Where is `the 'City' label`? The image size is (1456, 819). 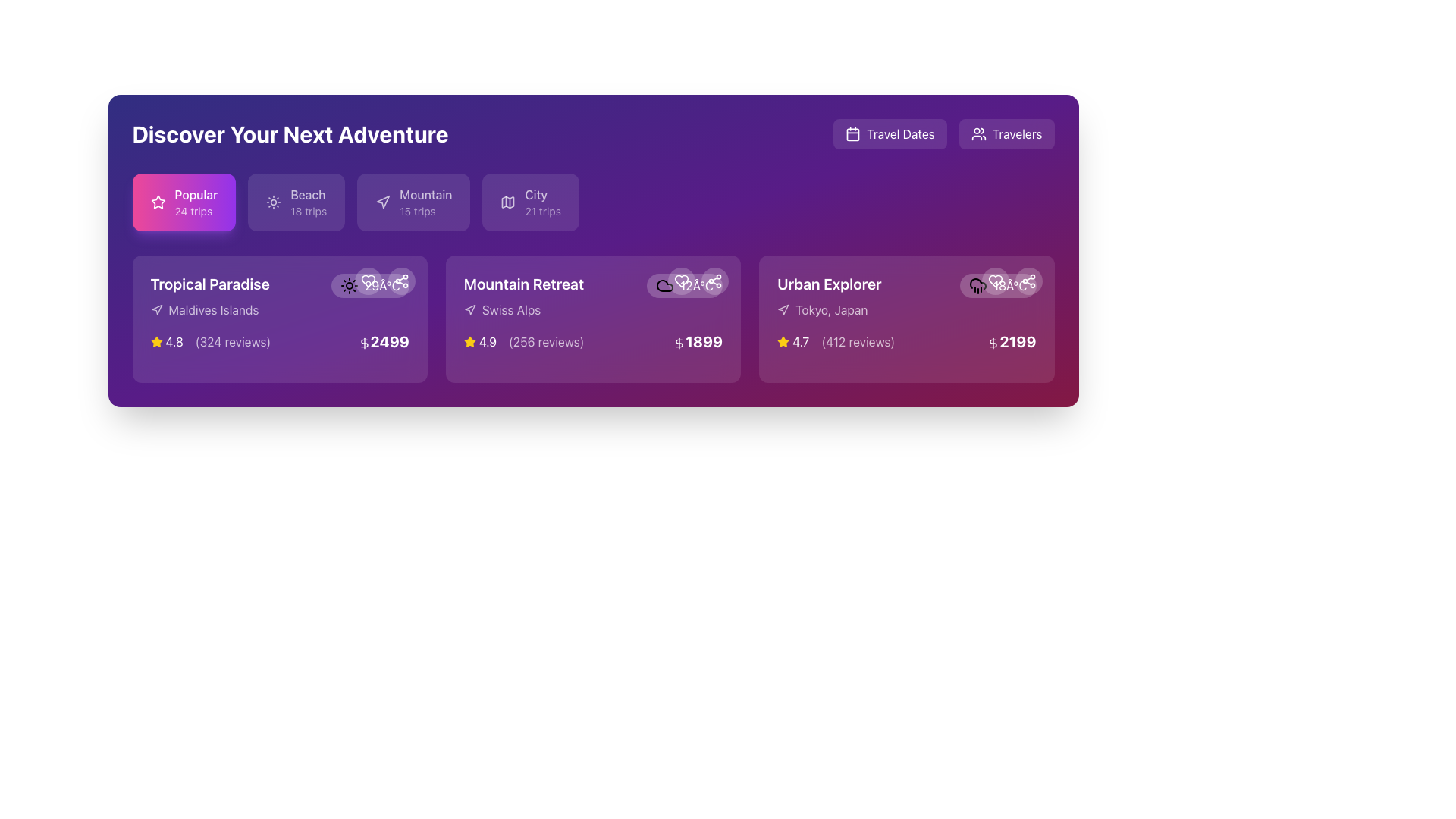 the 'City' label is located at coordinates (543, 201).